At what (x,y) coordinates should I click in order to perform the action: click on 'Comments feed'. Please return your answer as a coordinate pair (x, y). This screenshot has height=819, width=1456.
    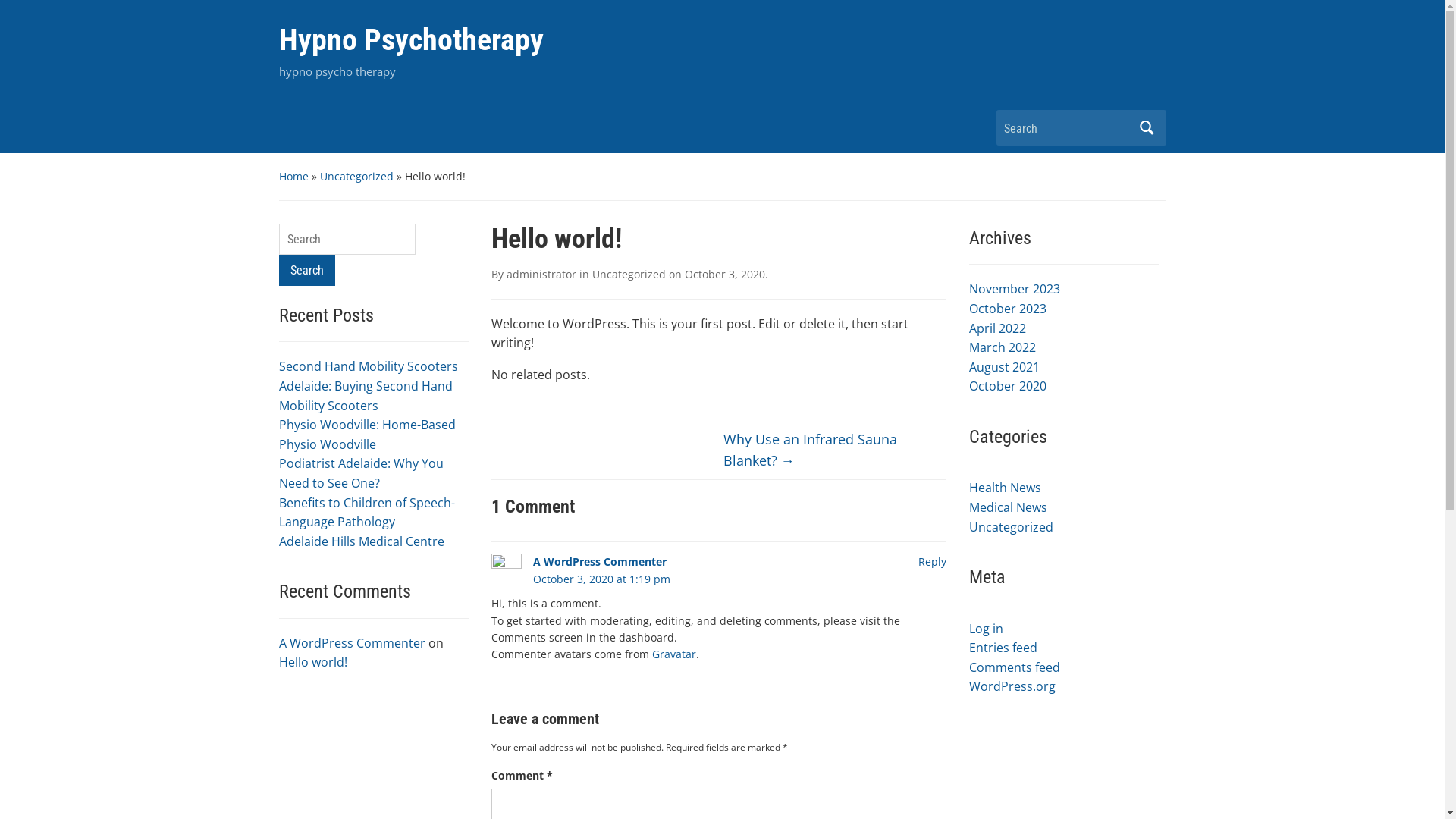
    Looking at the image, I should click on (1015, 666).